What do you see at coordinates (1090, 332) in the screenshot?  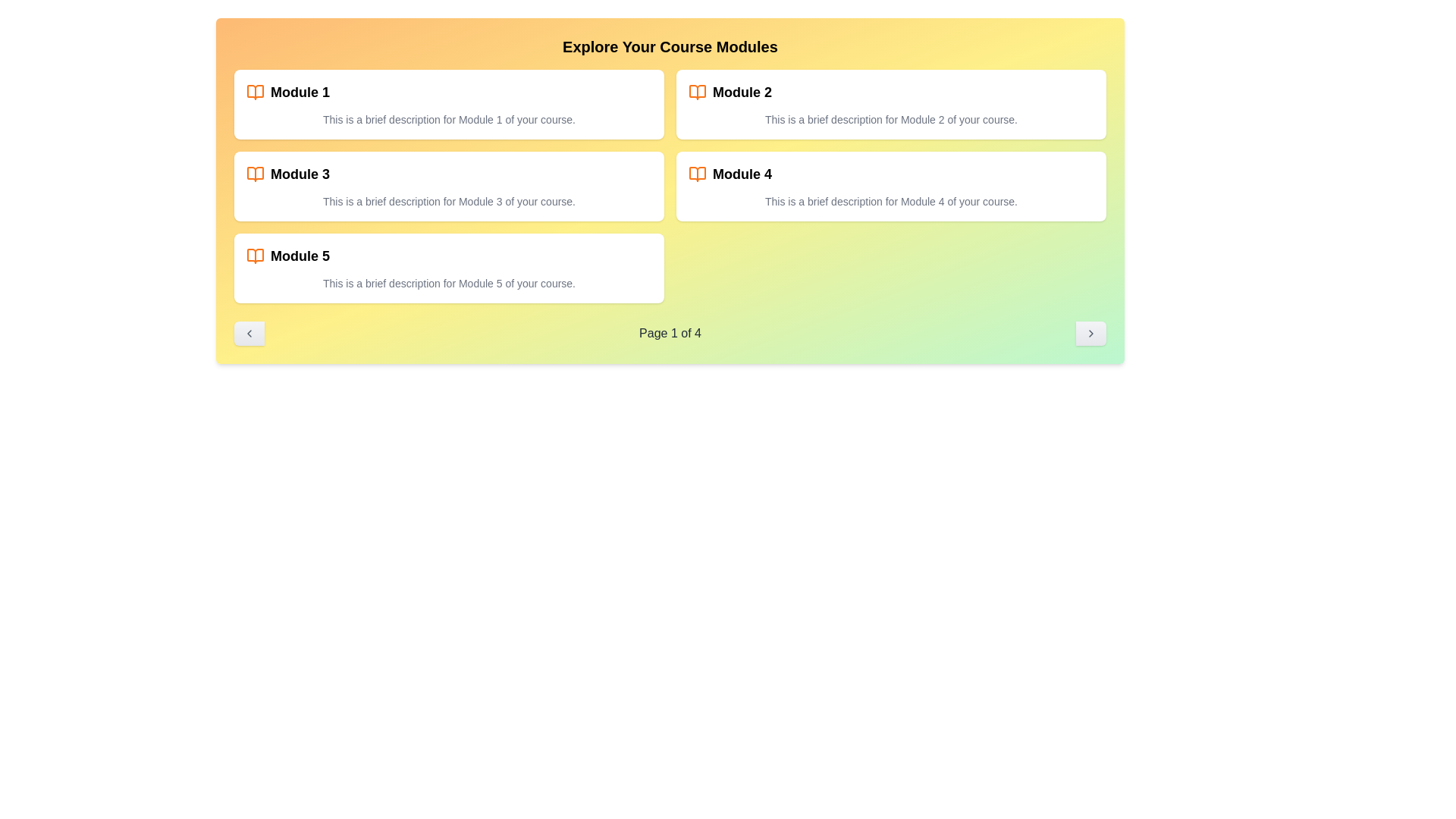 I see `the rightmost button in the pagination control group` at bounding box center [1090, 332].